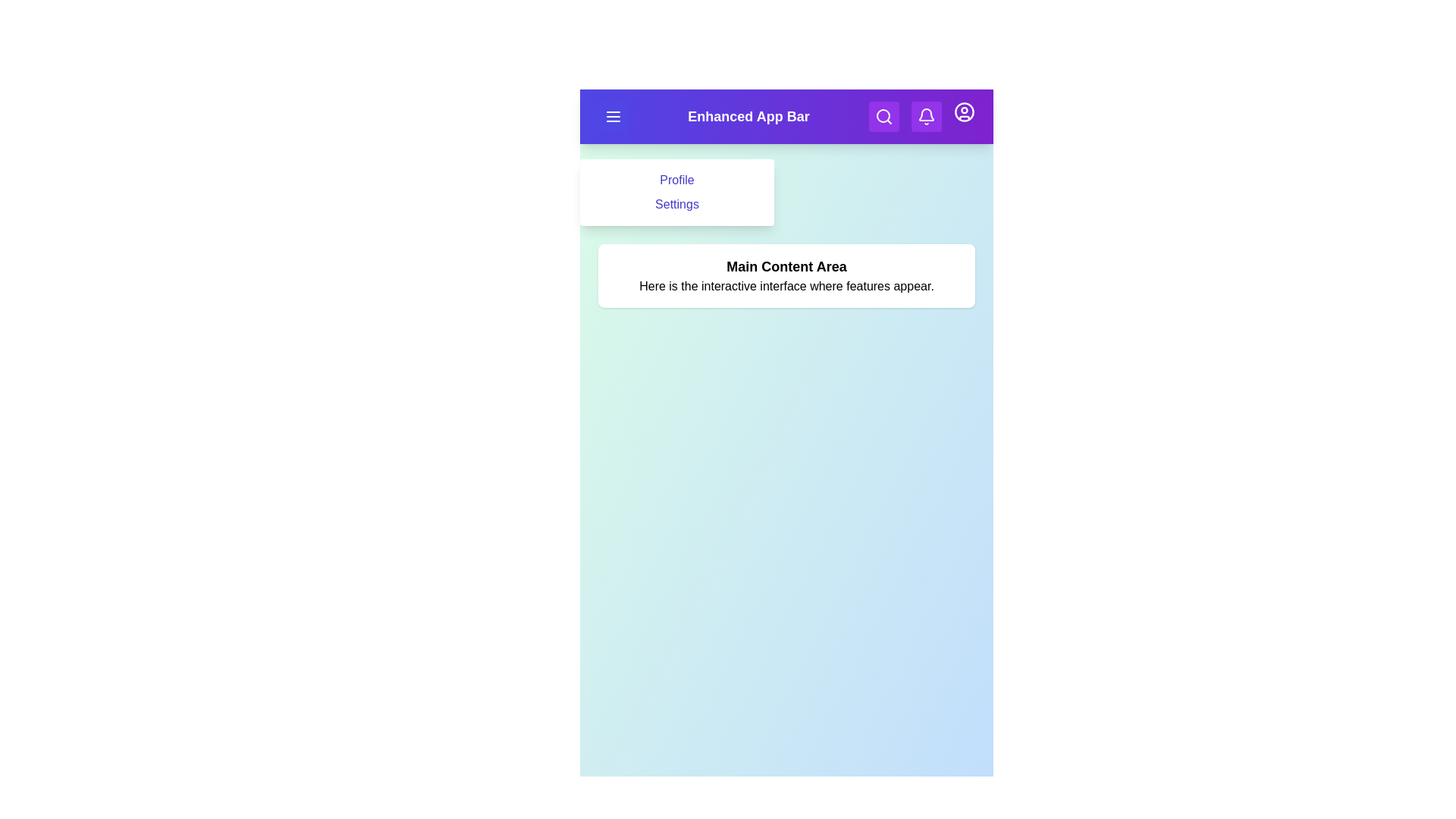  What do you see at coordinates (925, 116) in the screenshot?
I see `the bell icon to check notifications` at bounding box center [925, 116].